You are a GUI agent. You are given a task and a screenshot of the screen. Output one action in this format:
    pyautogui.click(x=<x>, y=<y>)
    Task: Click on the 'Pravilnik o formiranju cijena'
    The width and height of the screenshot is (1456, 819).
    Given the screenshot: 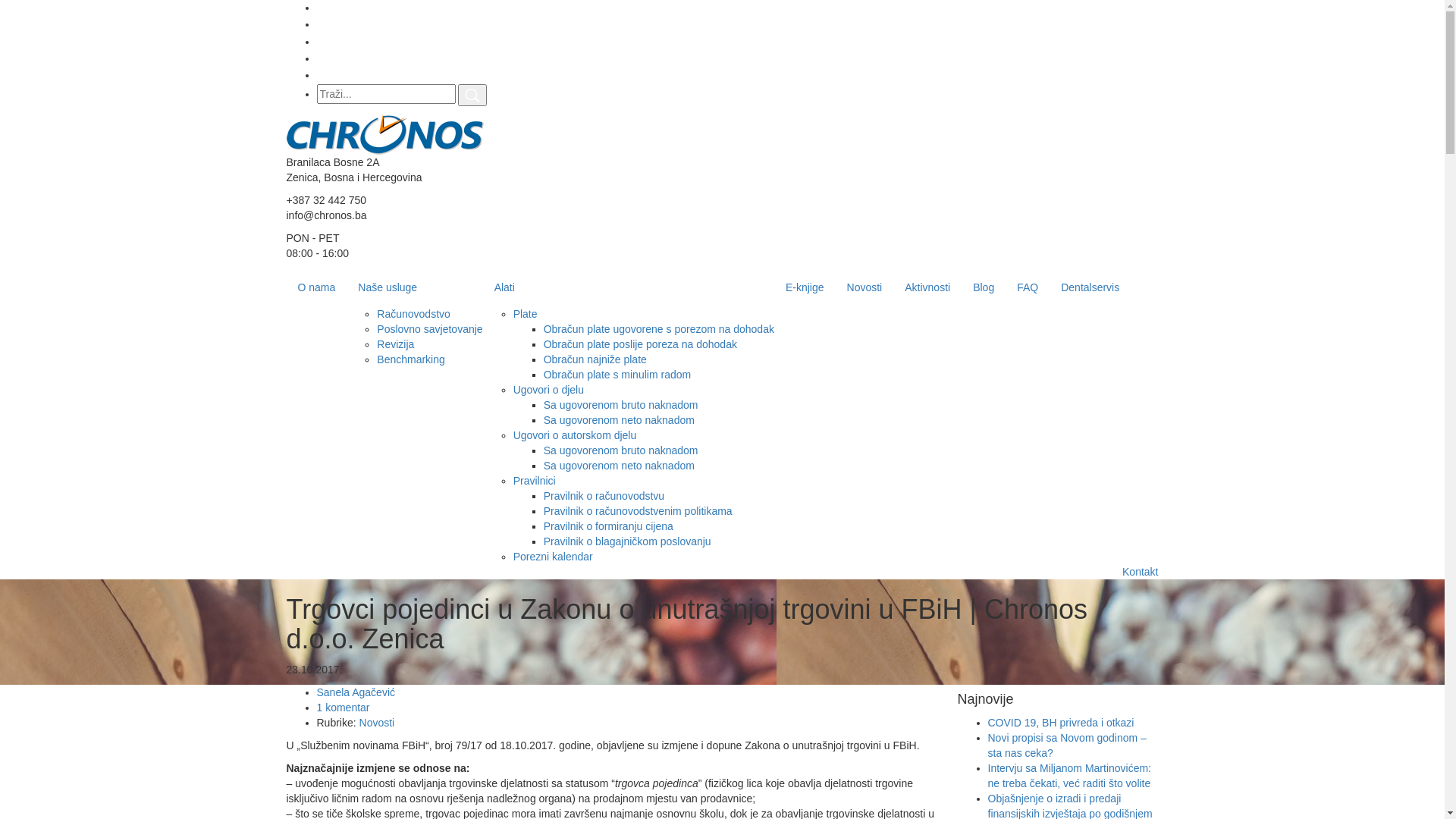 What is the action you would take?
    pyautogui.click(x=608, y=526)
    